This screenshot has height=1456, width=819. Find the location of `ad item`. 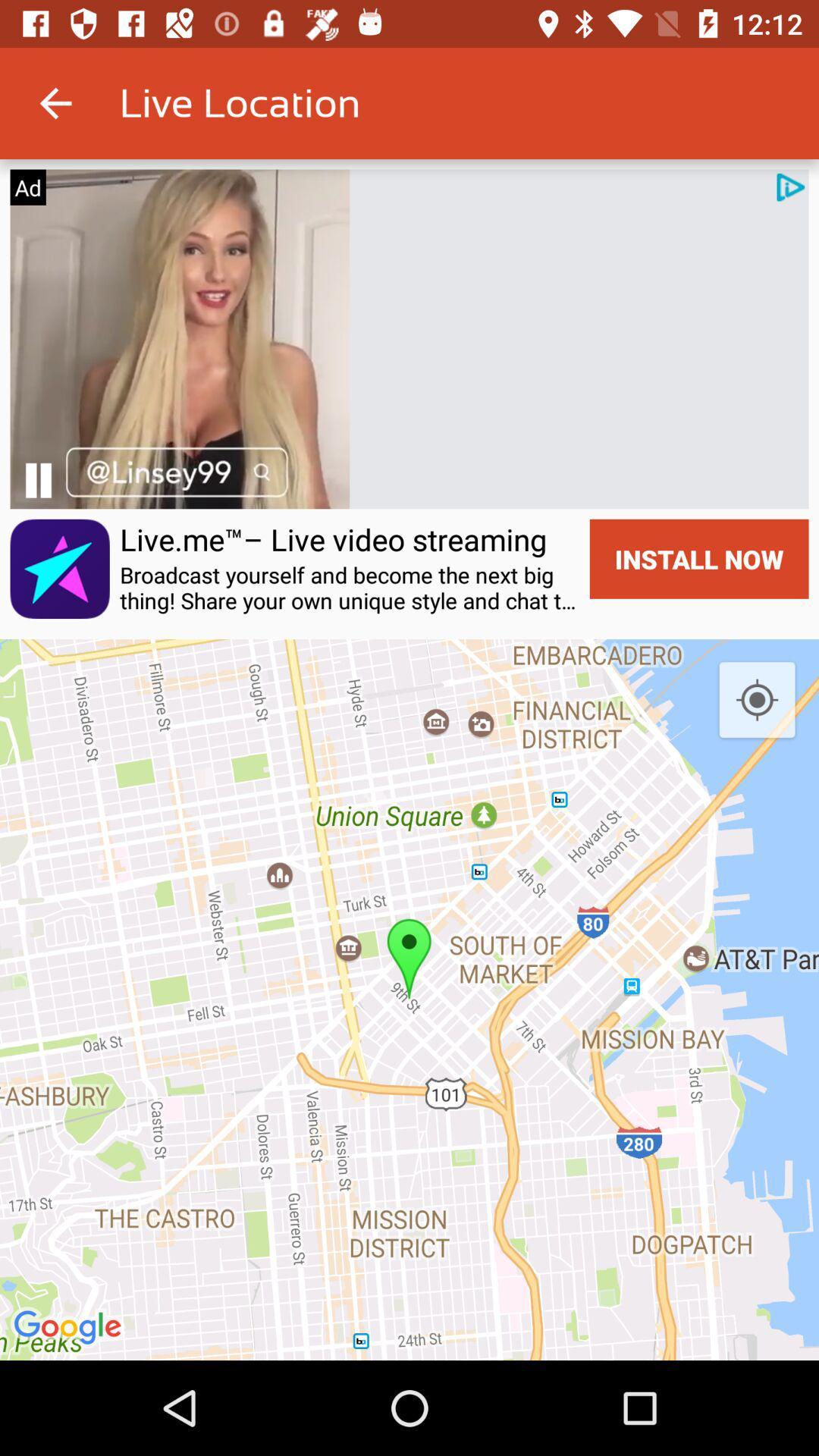

ad item is located at coordinates (28, 187).